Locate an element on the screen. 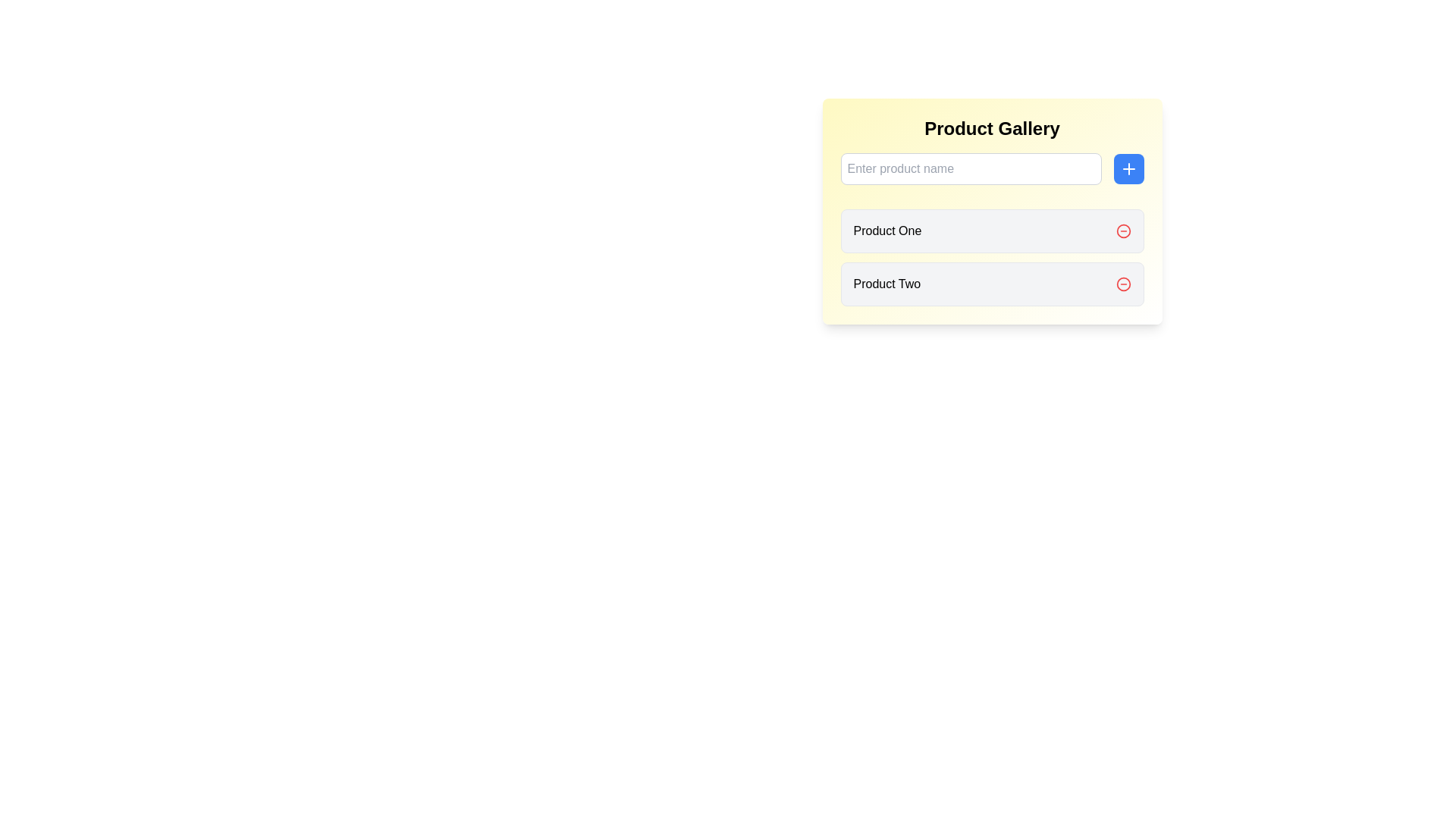 This screenshot has width=1456, height=819. the product name label located within the product gallery, directly below the 'Product One' label is located at coordinates (886, 284).